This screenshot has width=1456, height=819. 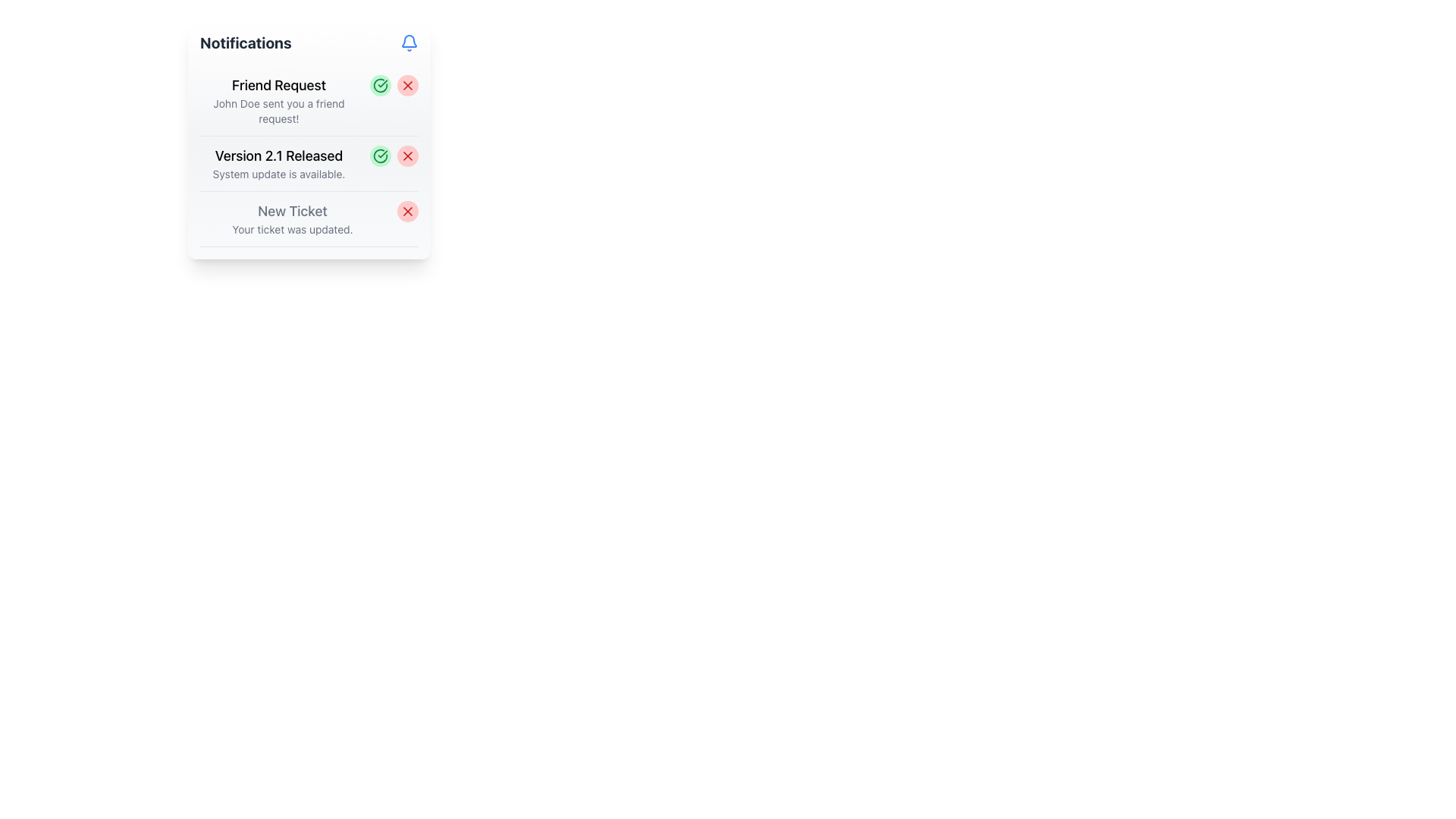 I want to click on the third notification item in the notifications list, which provides a status update regarding a ticket, located beneath 'Version 2.1 Released', so click(x=292, y=219).